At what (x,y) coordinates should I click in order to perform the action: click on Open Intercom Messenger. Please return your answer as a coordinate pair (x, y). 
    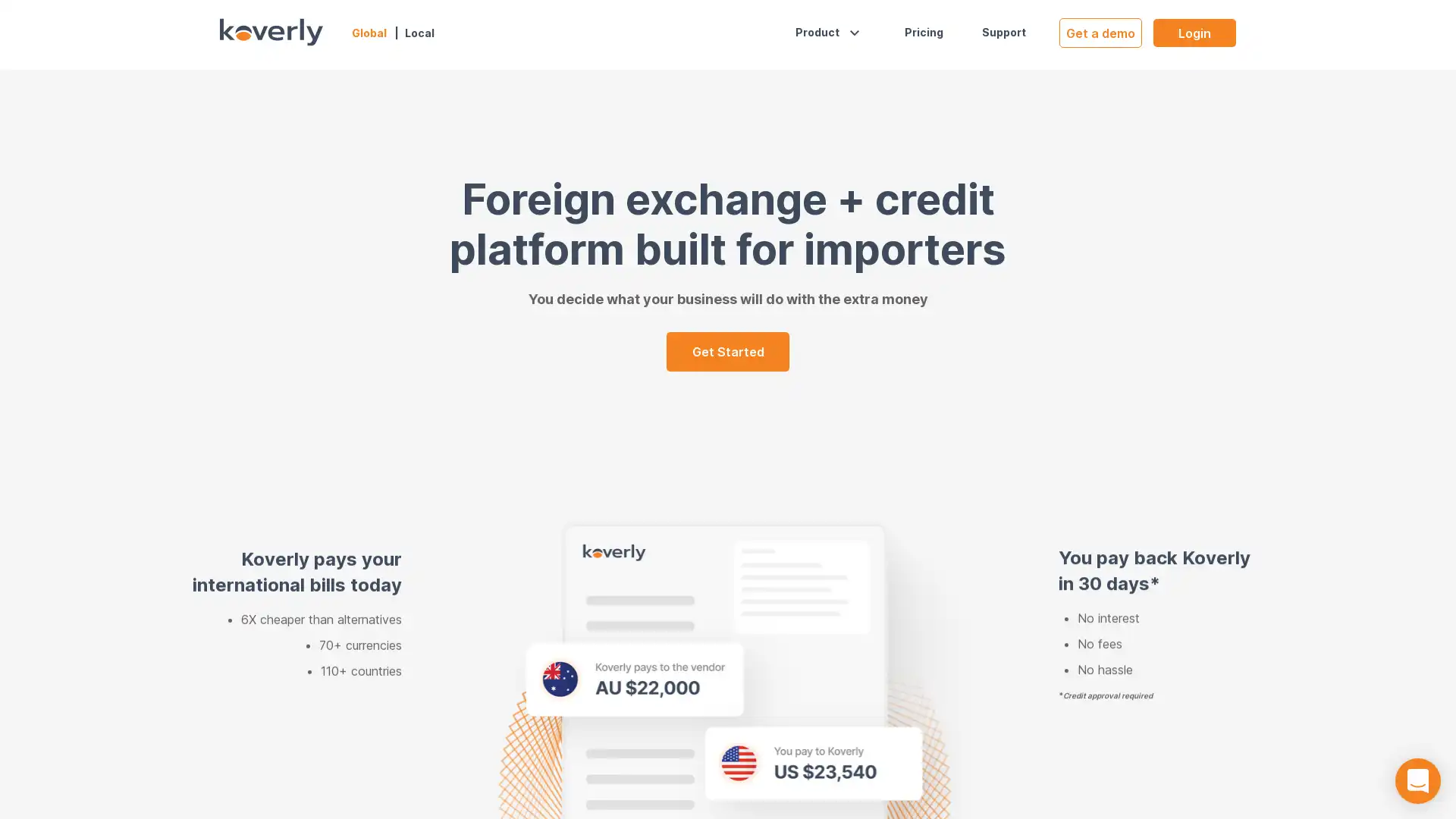
    Looking at the image, I should click on (1417, 780).